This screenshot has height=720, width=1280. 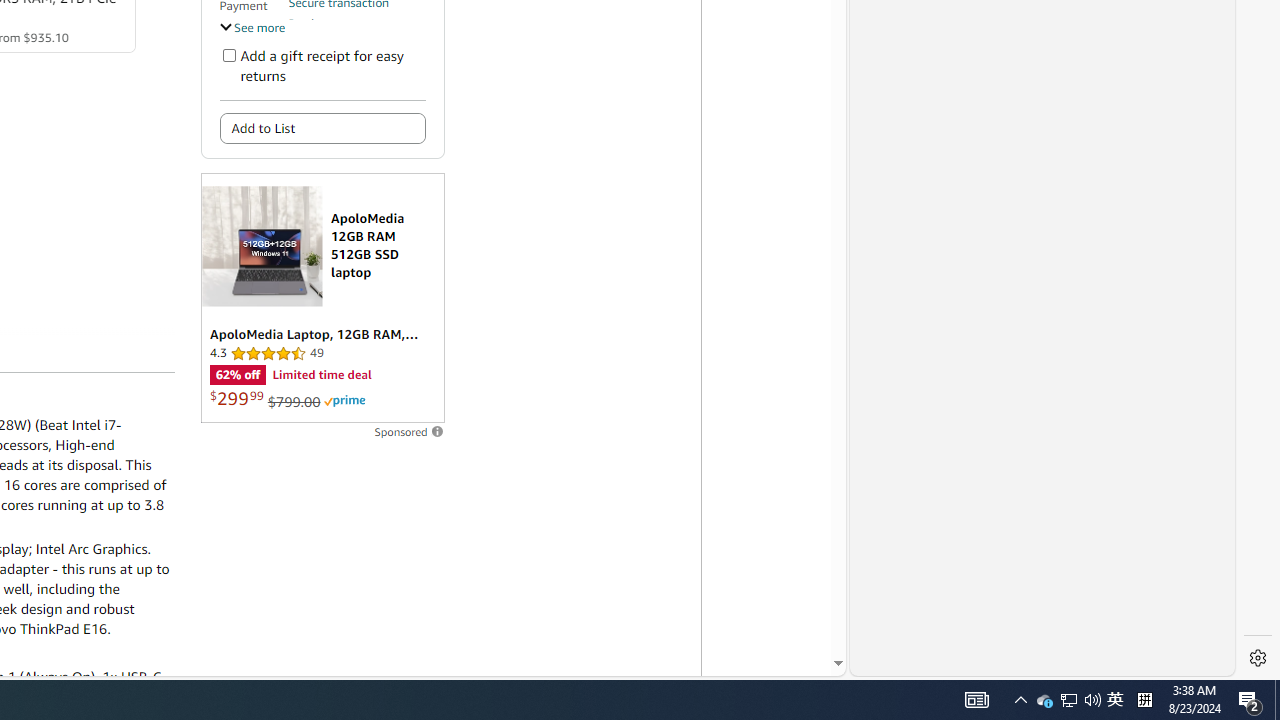 What do you see at coordinates (322, 298) in the screenshot?
I see `'Sponsored ad'` at bounding box center [322, 298].